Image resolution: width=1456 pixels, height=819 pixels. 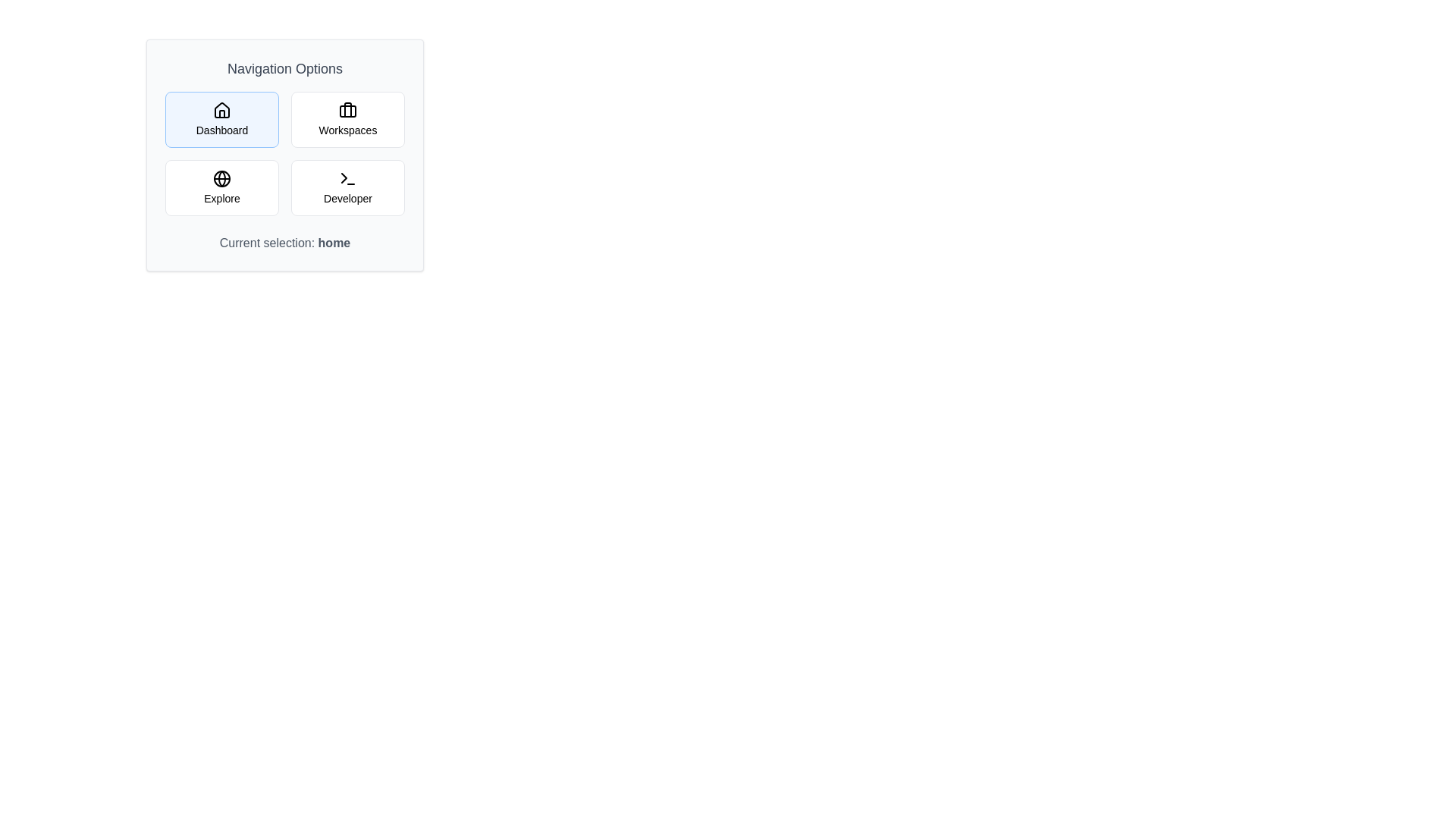 I want to click on the Explore navigation option to select it, so click(x=221, y=187).